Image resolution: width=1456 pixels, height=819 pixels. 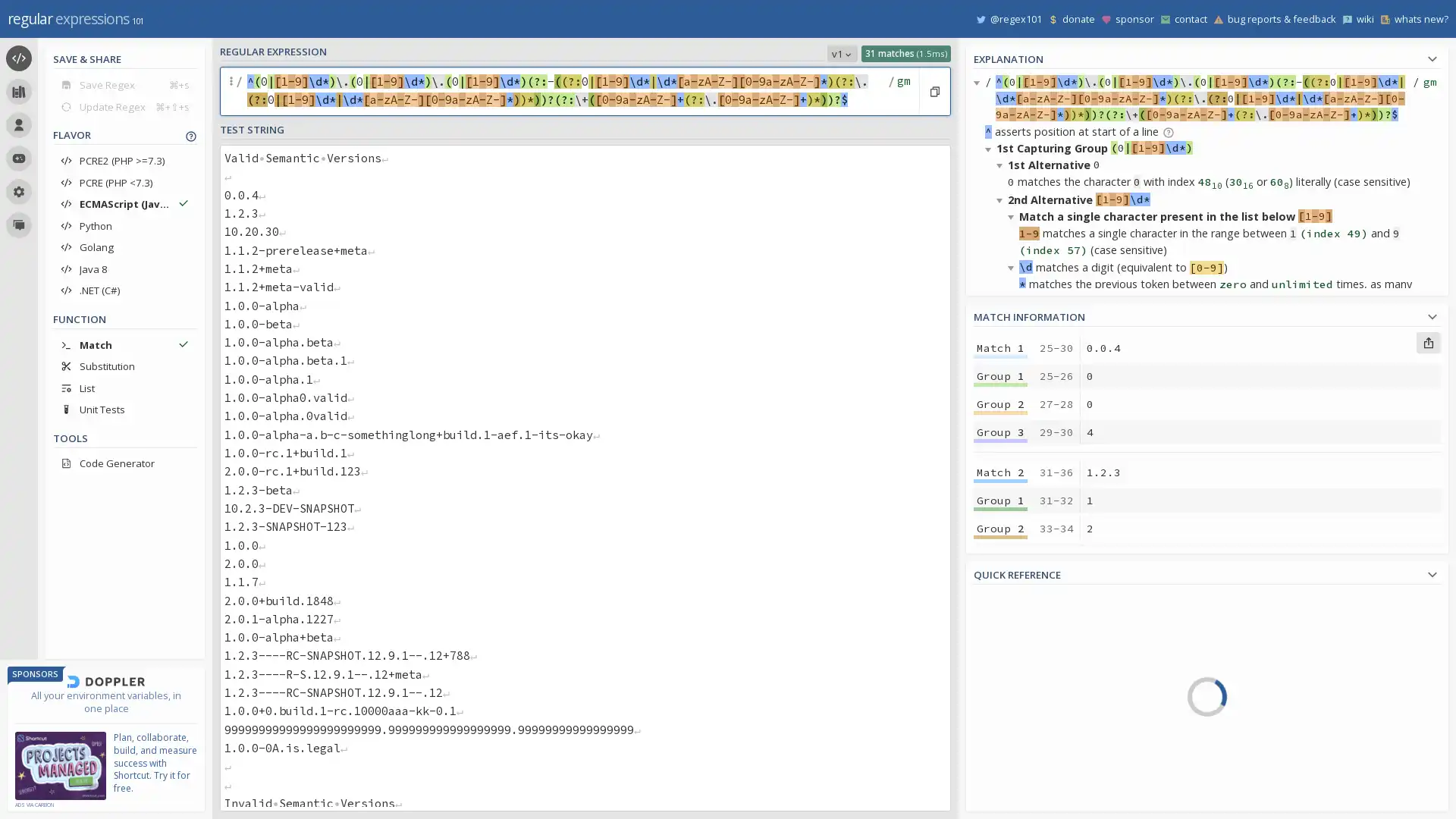 I want to click on Collapse Subtree, so click(x=1002, y=797).